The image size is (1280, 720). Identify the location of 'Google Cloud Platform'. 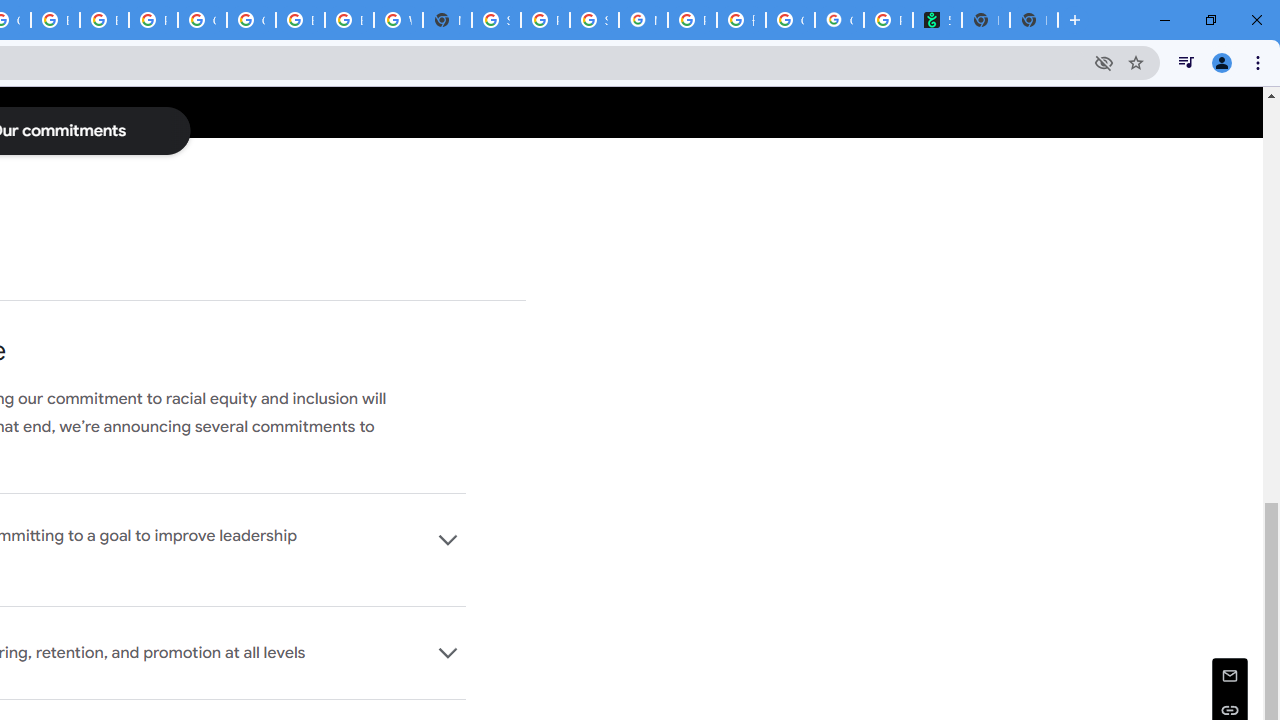
(202, 20).